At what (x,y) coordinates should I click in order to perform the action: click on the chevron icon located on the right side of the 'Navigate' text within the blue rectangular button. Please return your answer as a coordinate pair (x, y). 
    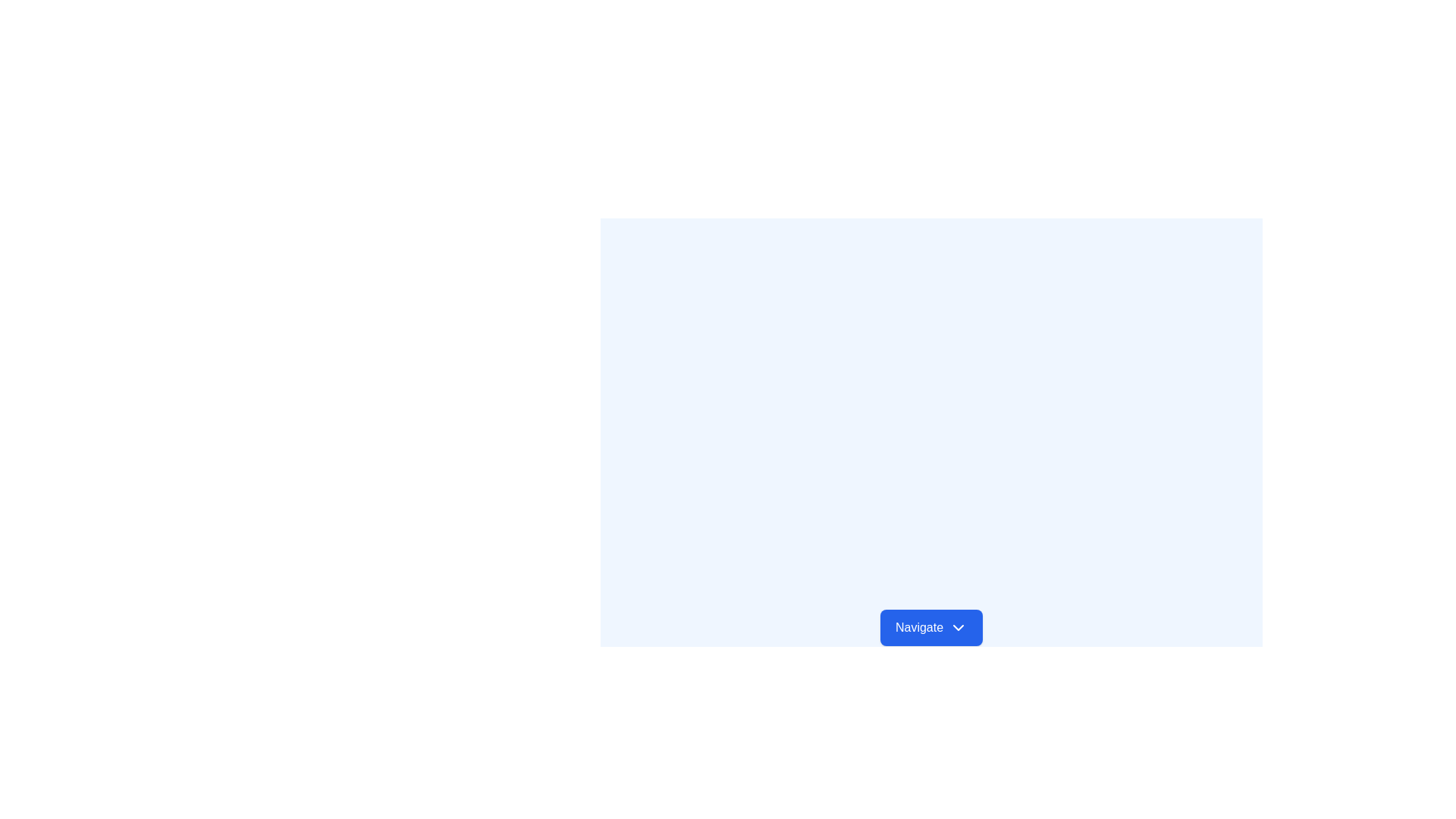
    Looking at the image, I should click on (958, 628).